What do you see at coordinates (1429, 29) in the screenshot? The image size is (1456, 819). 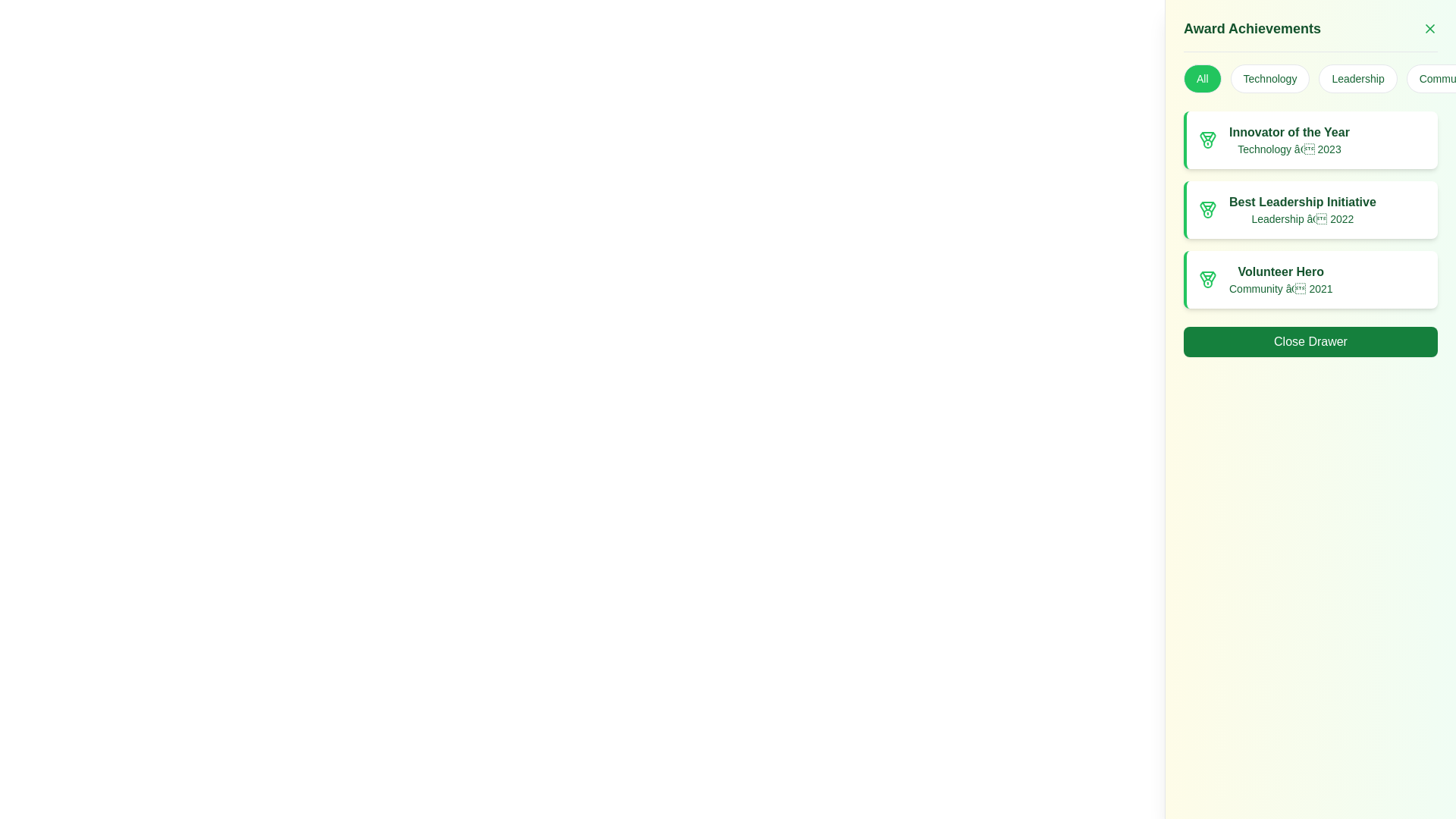 I see `the Close Button Icon located in the top-right corner next to the 'Award Achievements' title to interact with it` at bounding box center [1429, 29].